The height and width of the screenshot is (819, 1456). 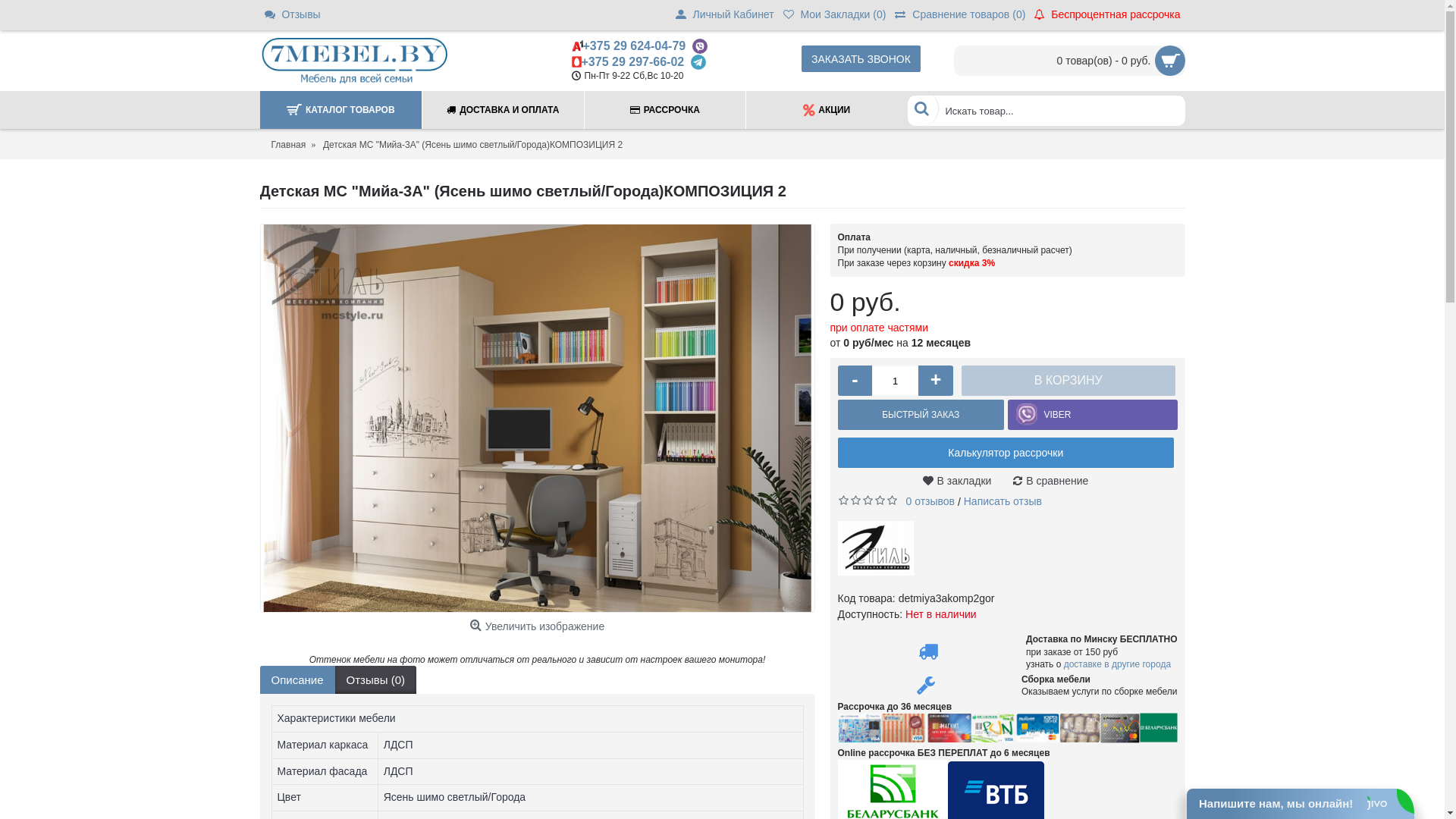 I want to click on '+375 29 624-04-79', so click(x=633, y=45).